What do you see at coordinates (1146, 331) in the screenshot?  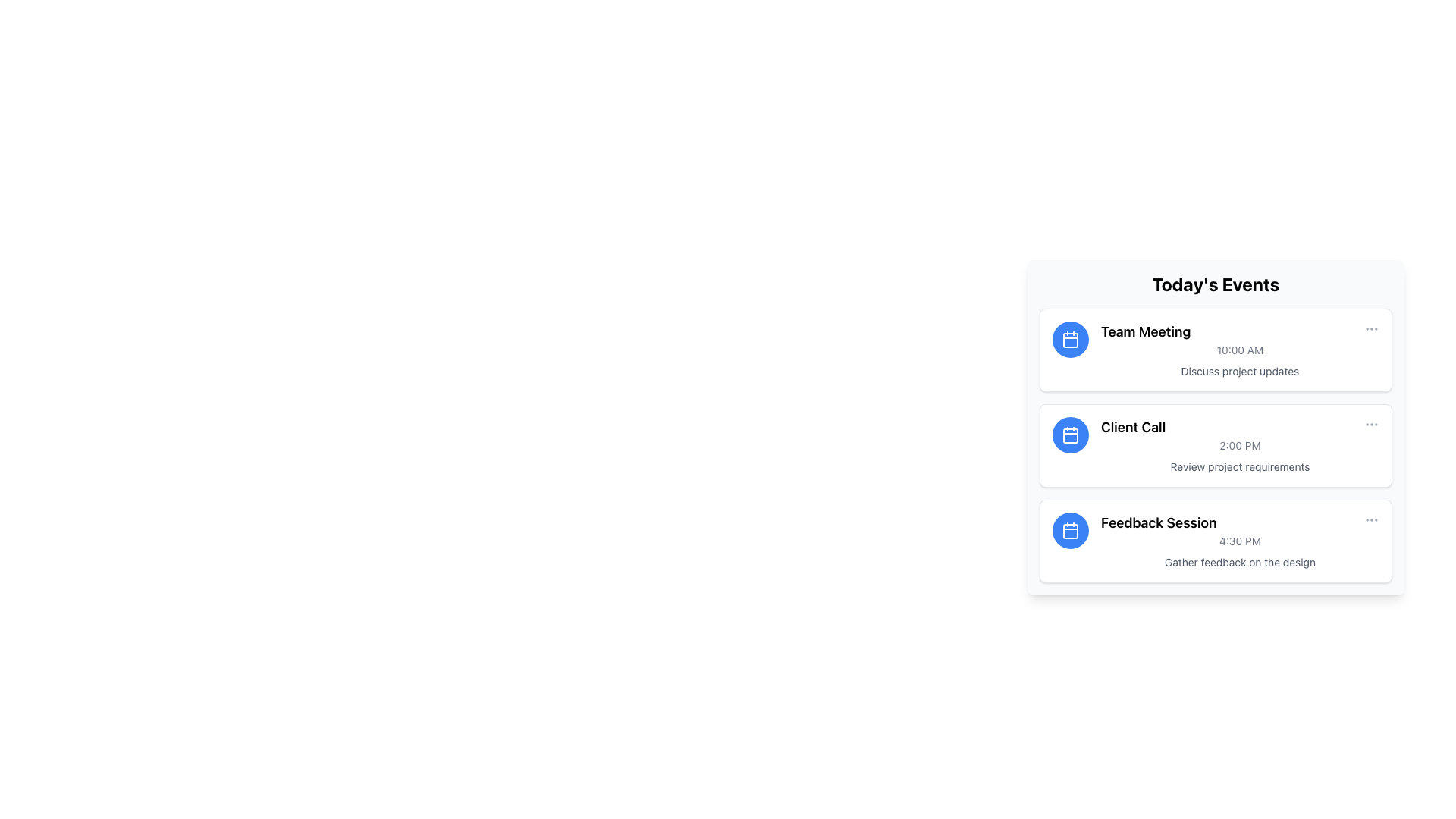 I see `the text label that serves as the title of the event 'Team Meeting' located in the top-left region of the first event card under 'Today's Events'` at bounding box center [1146, 331].